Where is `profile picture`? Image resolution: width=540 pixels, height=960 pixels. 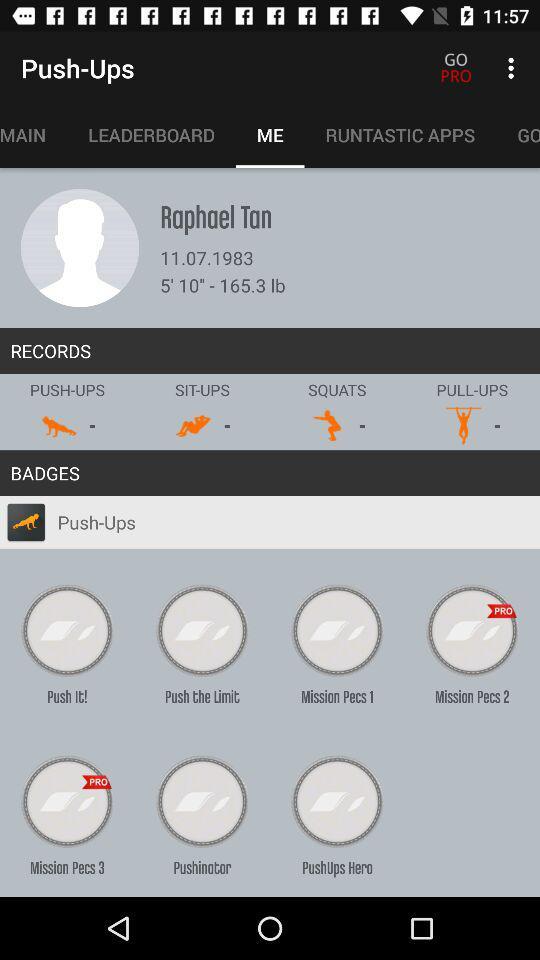 profile picture is located at coordinates (79, 247).